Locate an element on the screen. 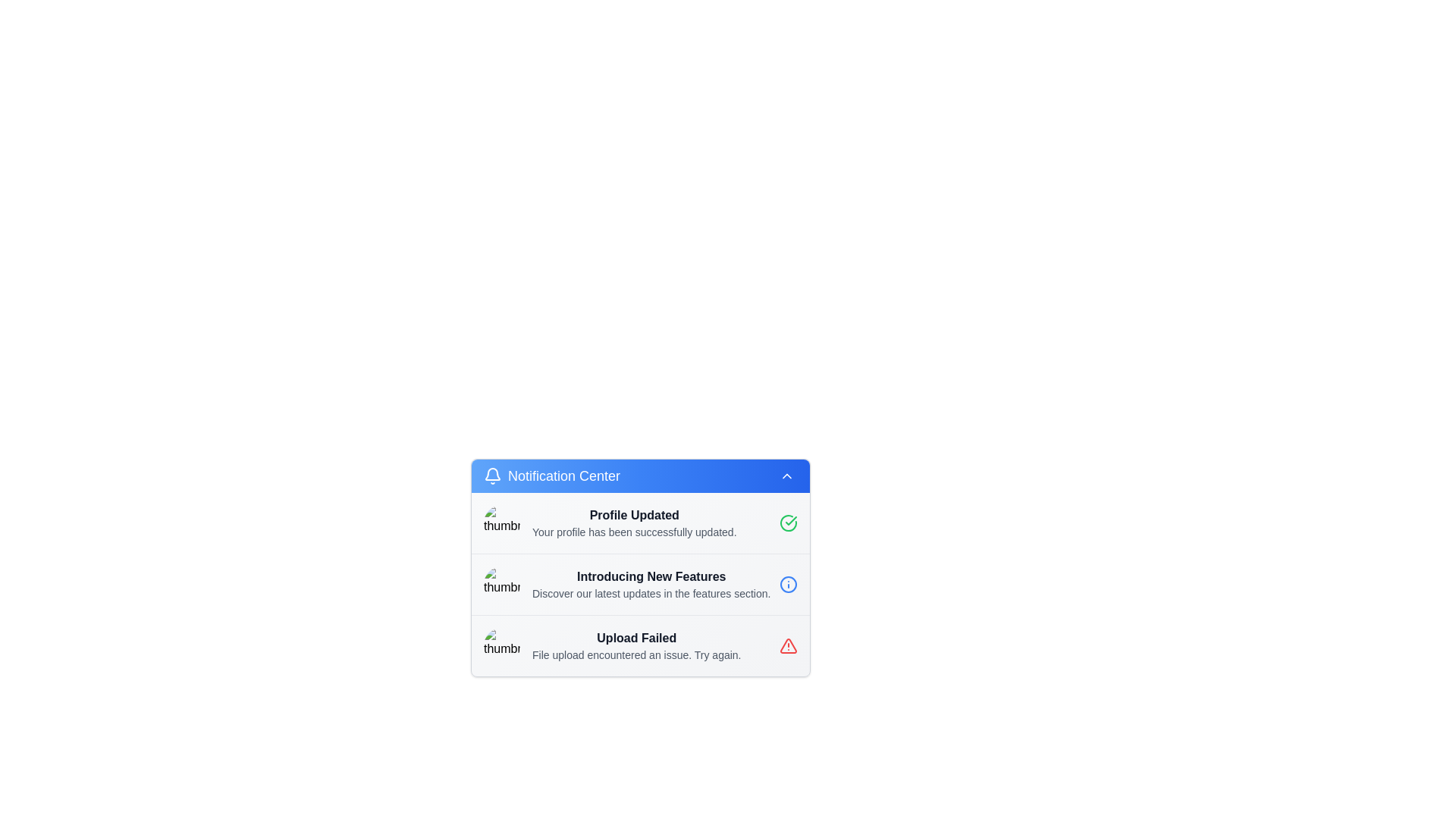 The height and width of the screenshot is (819, 1456). the thumbnail icon representing the sender of the notification, which indicates 'Profile Updated' and provides visual context is located at coordinates (502, 522).